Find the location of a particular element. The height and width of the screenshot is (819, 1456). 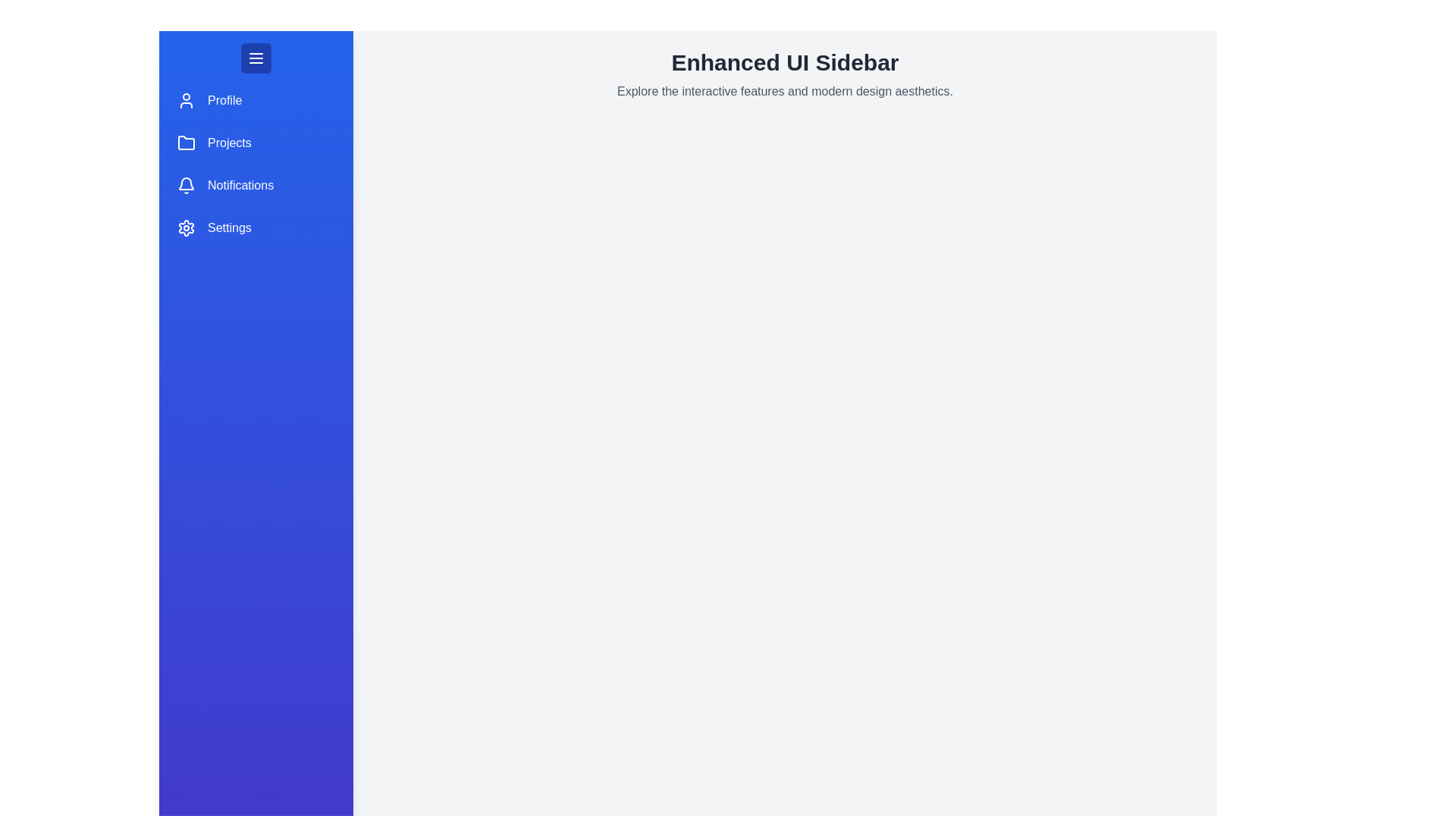

the menu item labeled Projects to highlight it is located at coordinates (256, 143).